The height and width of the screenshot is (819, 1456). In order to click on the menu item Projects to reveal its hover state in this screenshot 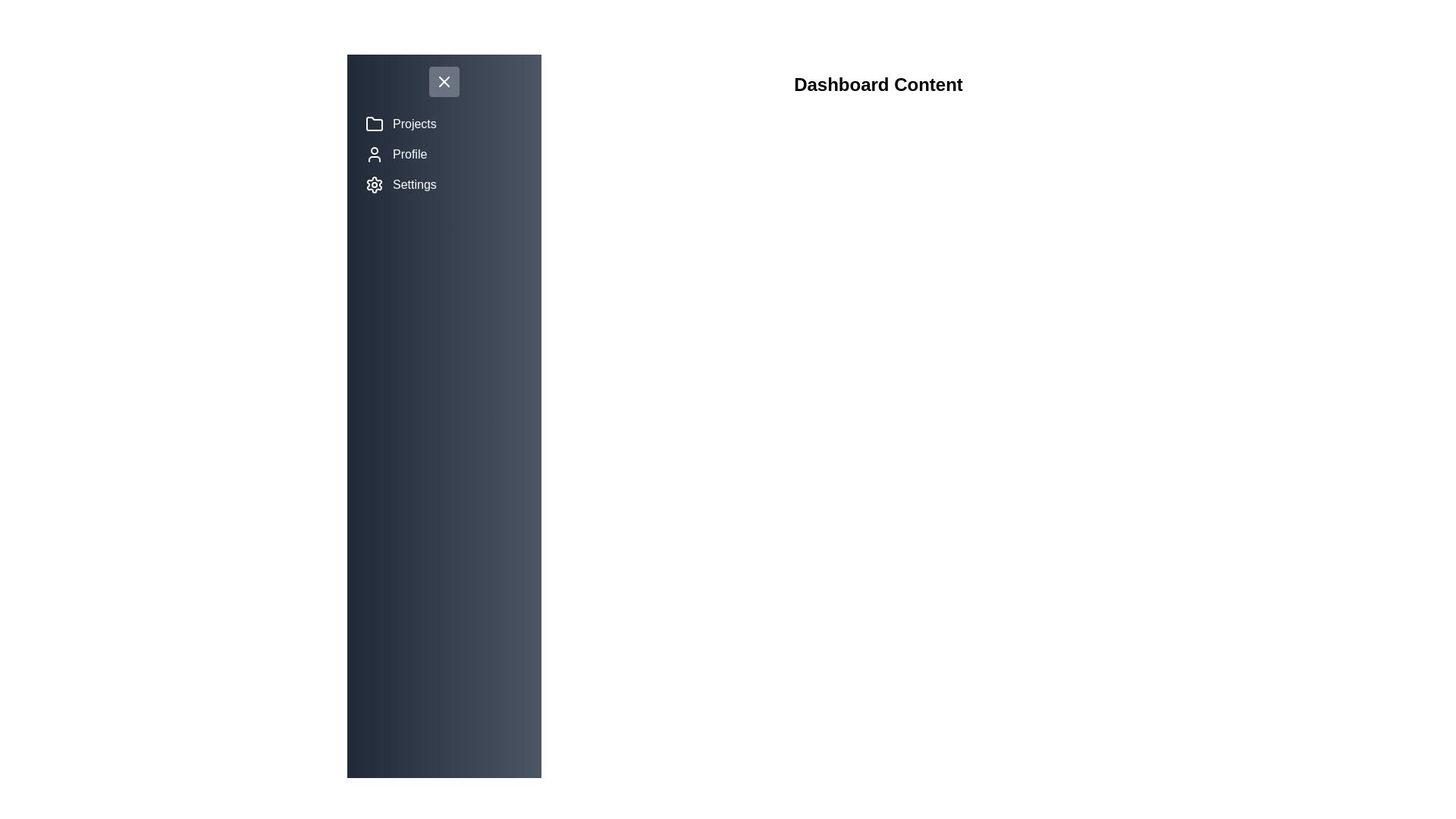, I will do `click(443, 124)`.